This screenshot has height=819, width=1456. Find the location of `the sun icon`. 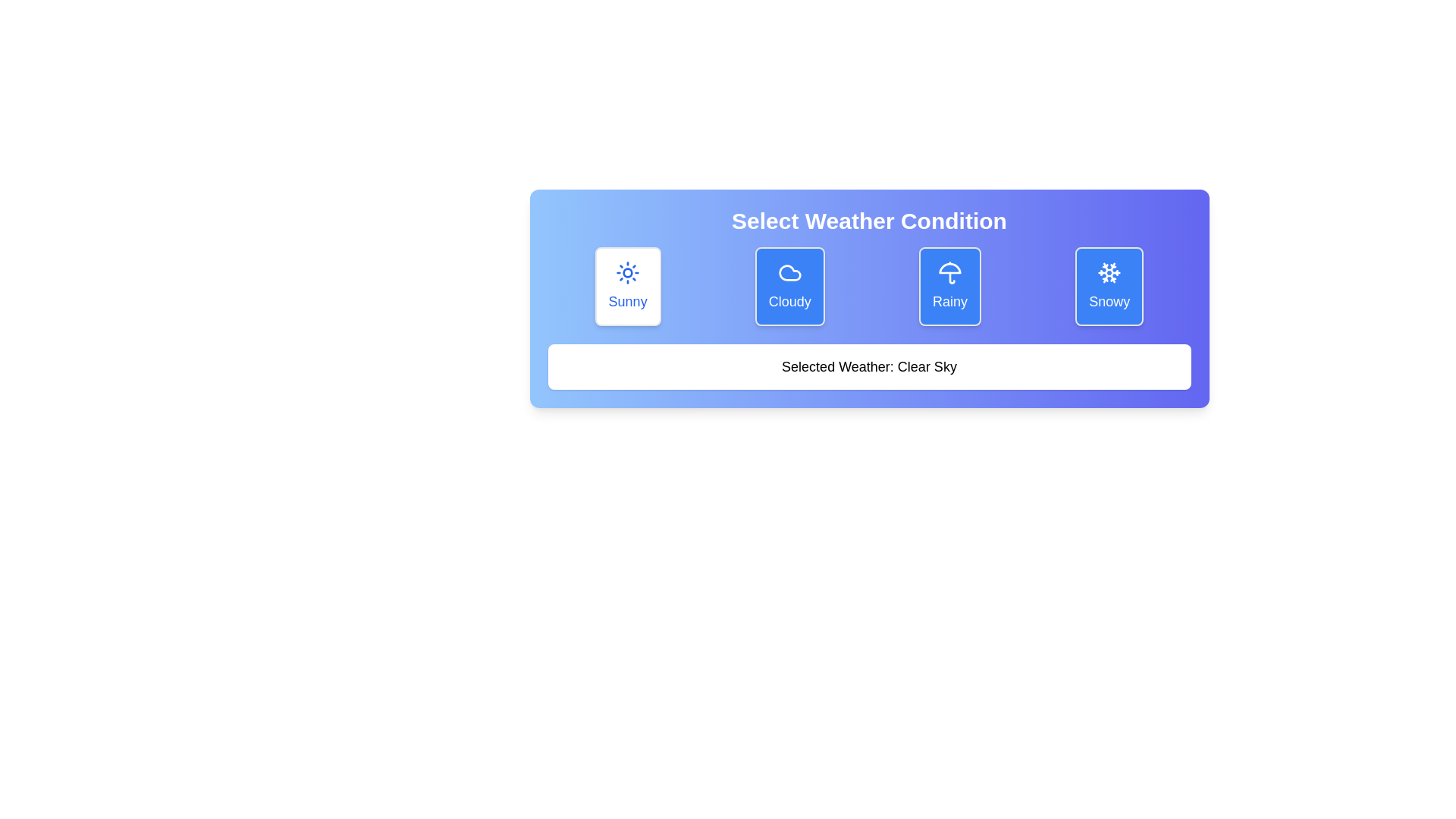

the sun icon is located at coordinates (628, 271).